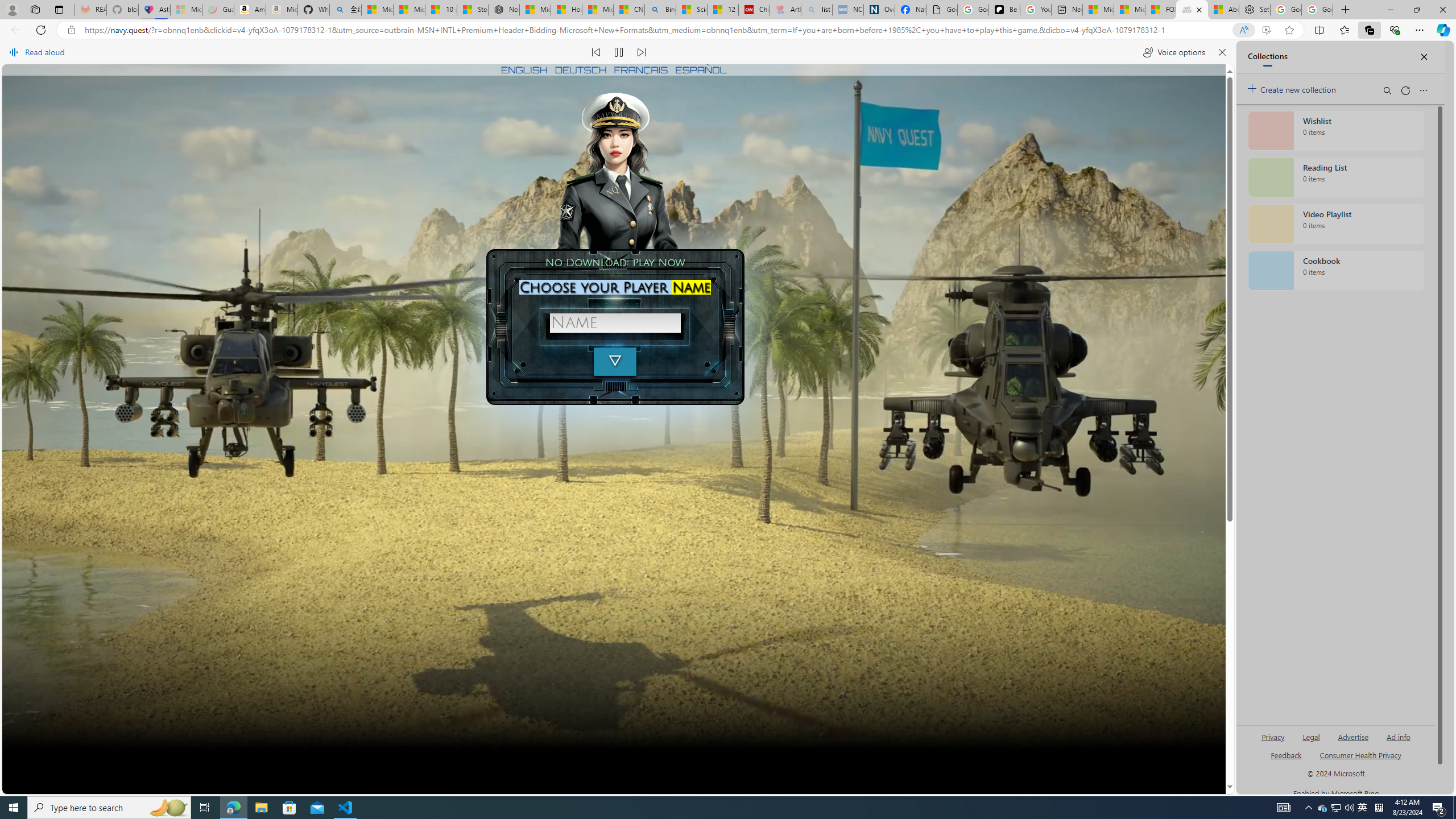  I want to click on 'Add this page to favorites (Ctrl+D)', so click(1289, 30).